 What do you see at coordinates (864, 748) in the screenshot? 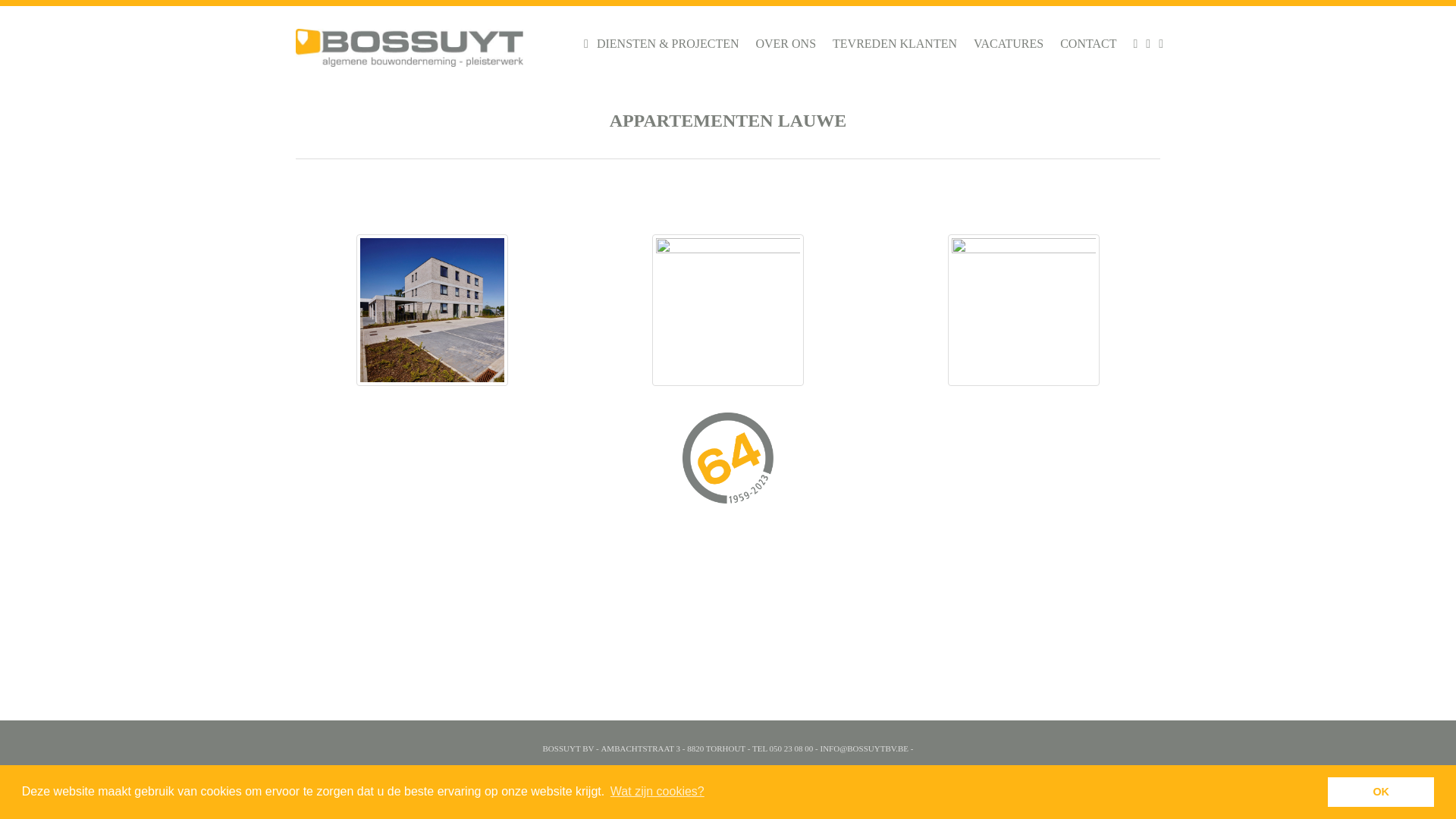
I see `'INFO@BOSSUYTBV.BE'` at bounding box center [864, 748].